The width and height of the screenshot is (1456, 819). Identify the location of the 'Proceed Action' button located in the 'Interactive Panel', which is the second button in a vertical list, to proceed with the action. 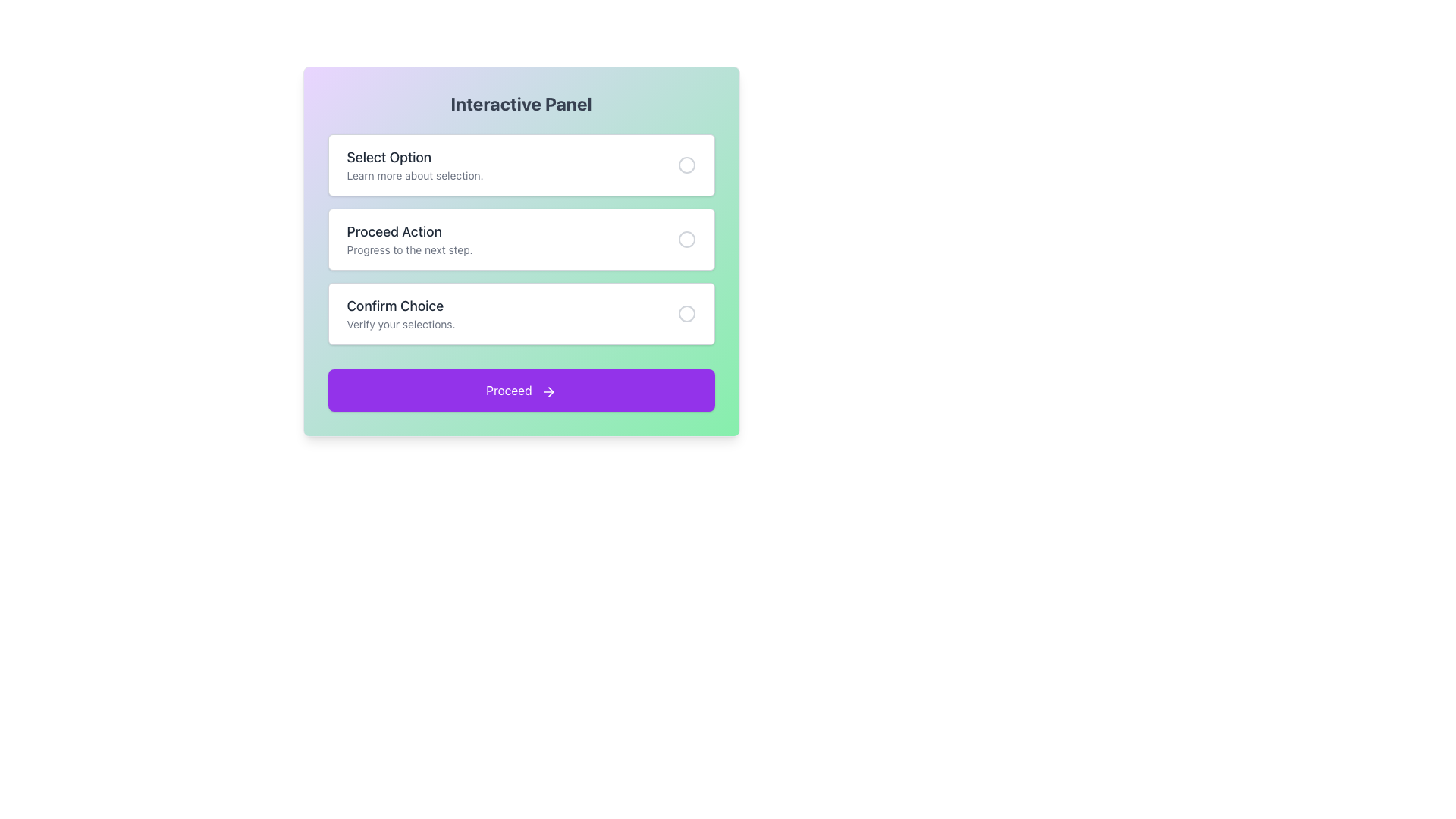
(521, 239).